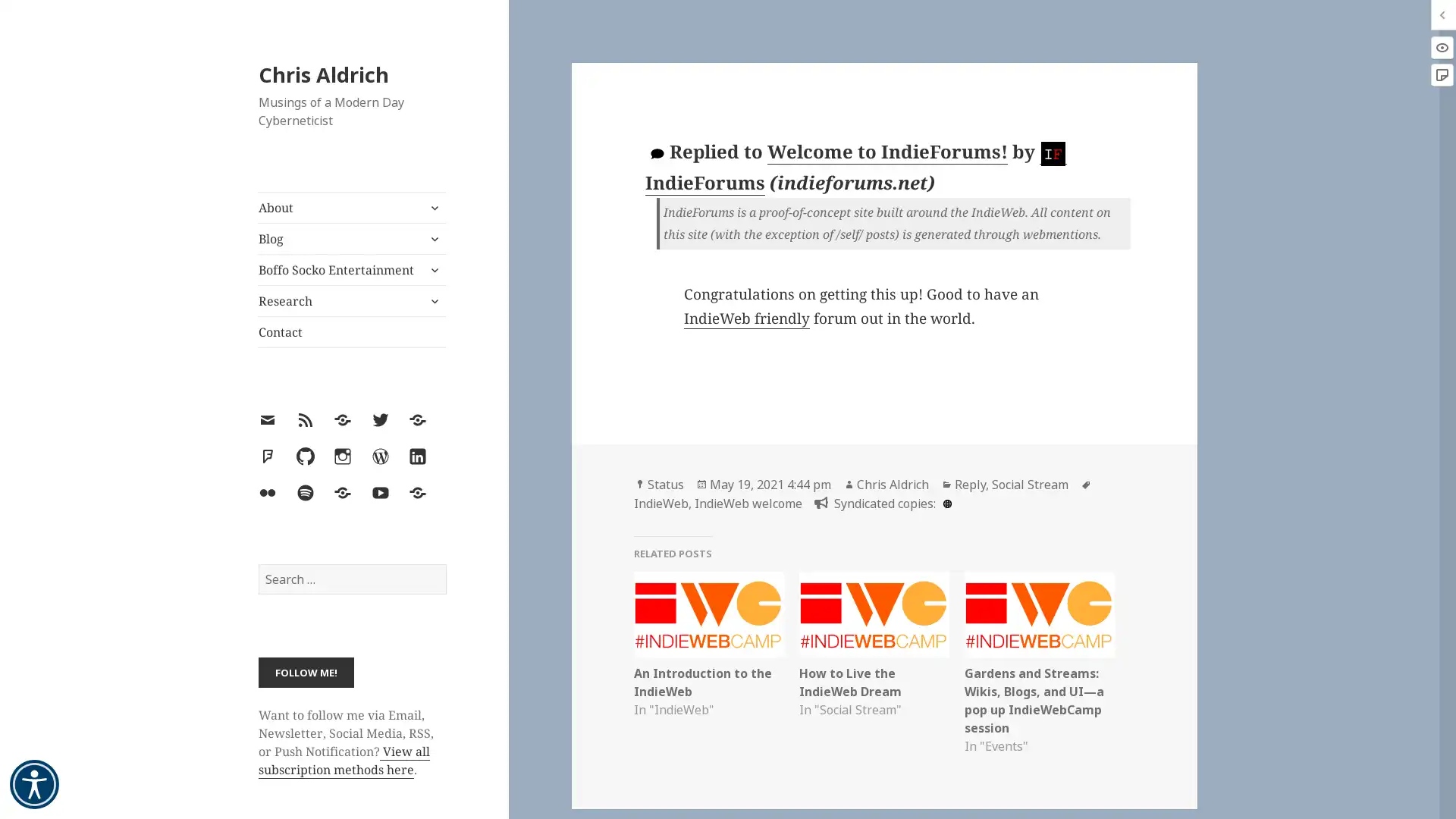 Image resolution: width=1456 pixels, height=819 pixels. What do you see at coordinates (444, 563) in the screenshot?
I see `Search` at bounding box center [444, 563].